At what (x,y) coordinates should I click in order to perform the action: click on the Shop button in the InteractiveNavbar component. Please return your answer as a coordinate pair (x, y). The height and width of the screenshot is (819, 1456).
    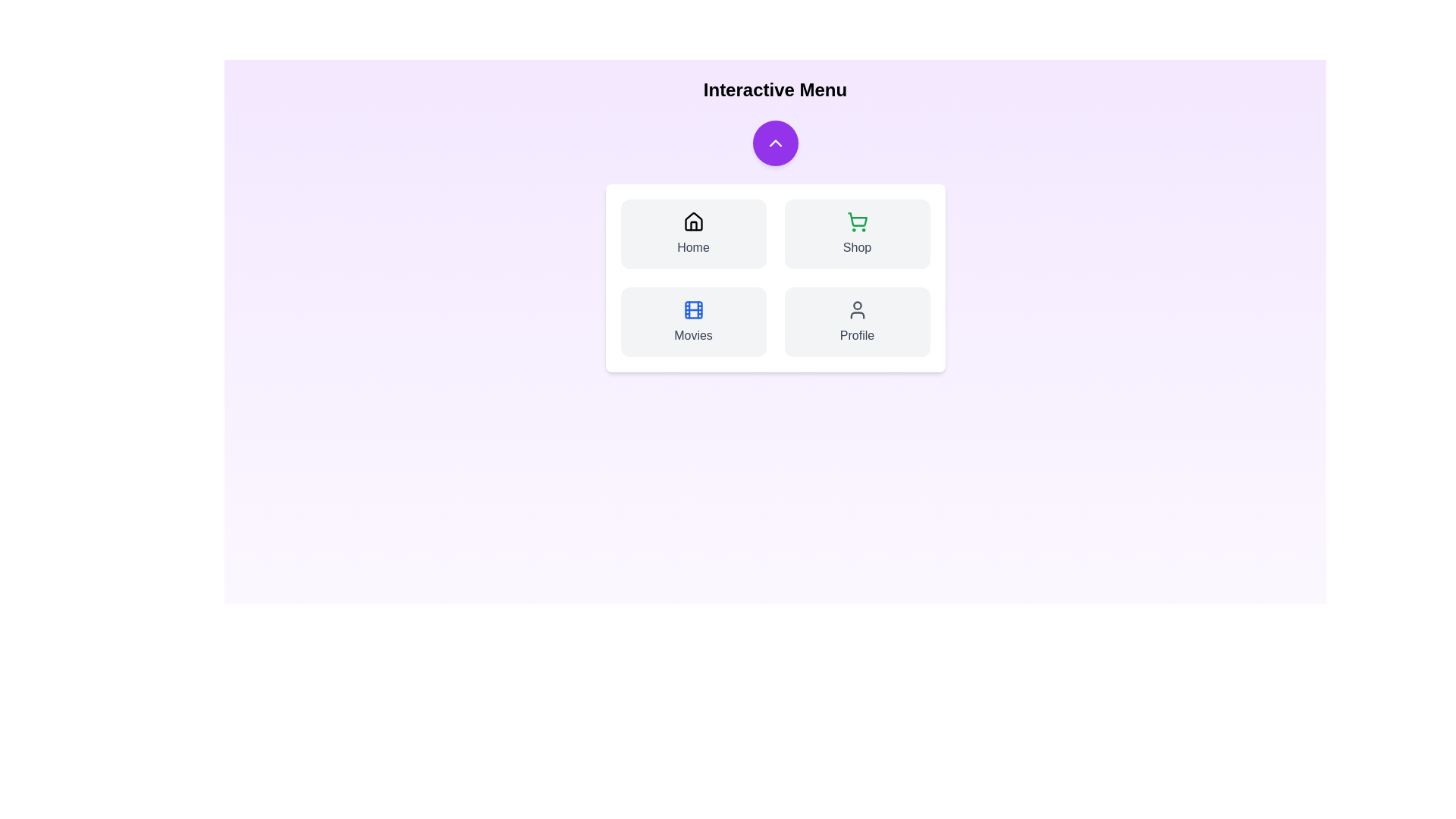
    Looking at the image, I should click on (857, 234).